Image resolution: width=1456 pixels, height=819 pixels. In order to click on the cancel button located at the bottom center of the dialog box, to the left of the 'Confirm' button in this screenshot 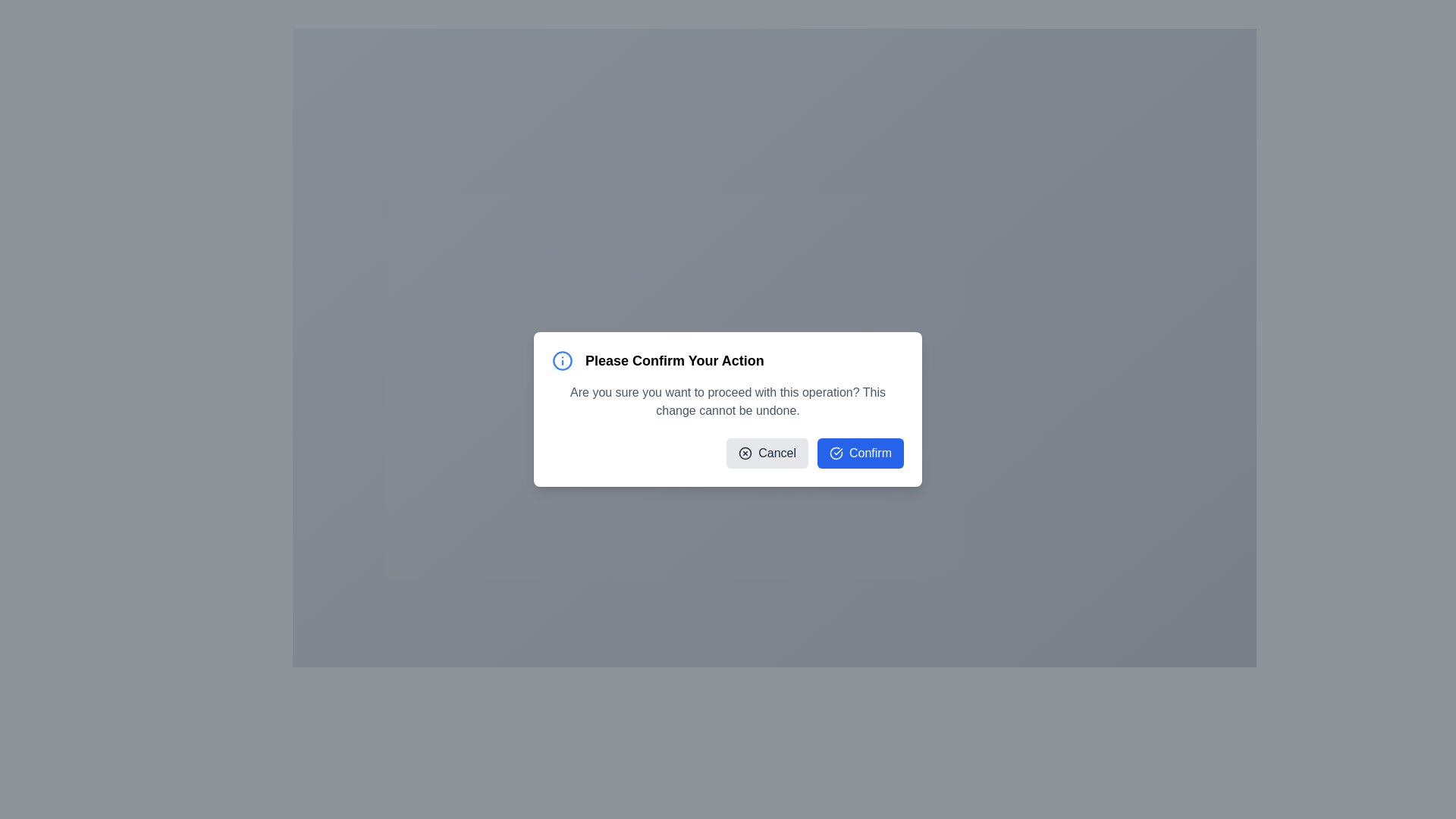, I will do `click(767, 452)`.